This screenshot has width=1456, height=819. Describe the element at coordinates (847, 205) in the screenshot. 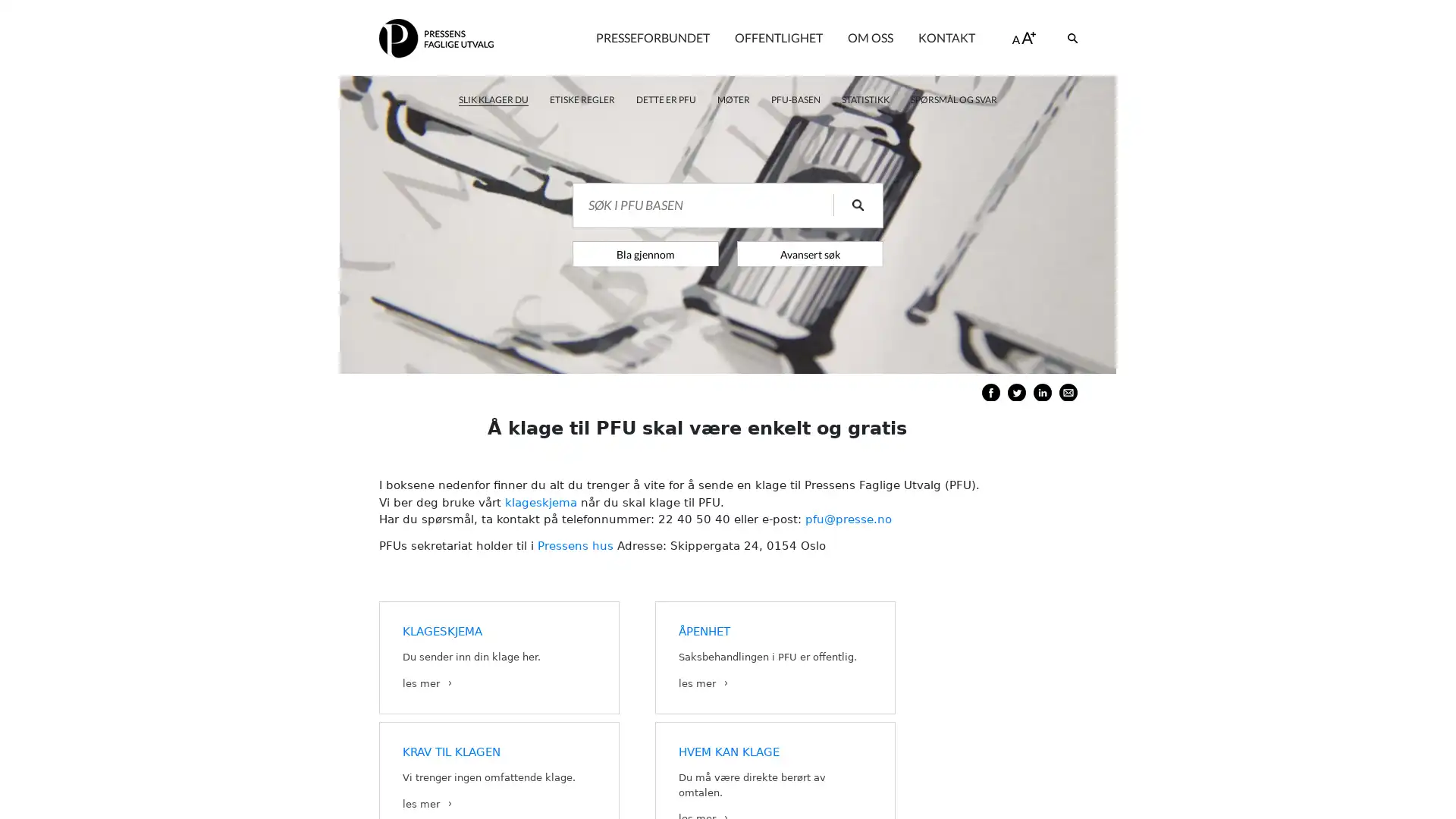

I see `Sk` at that location.